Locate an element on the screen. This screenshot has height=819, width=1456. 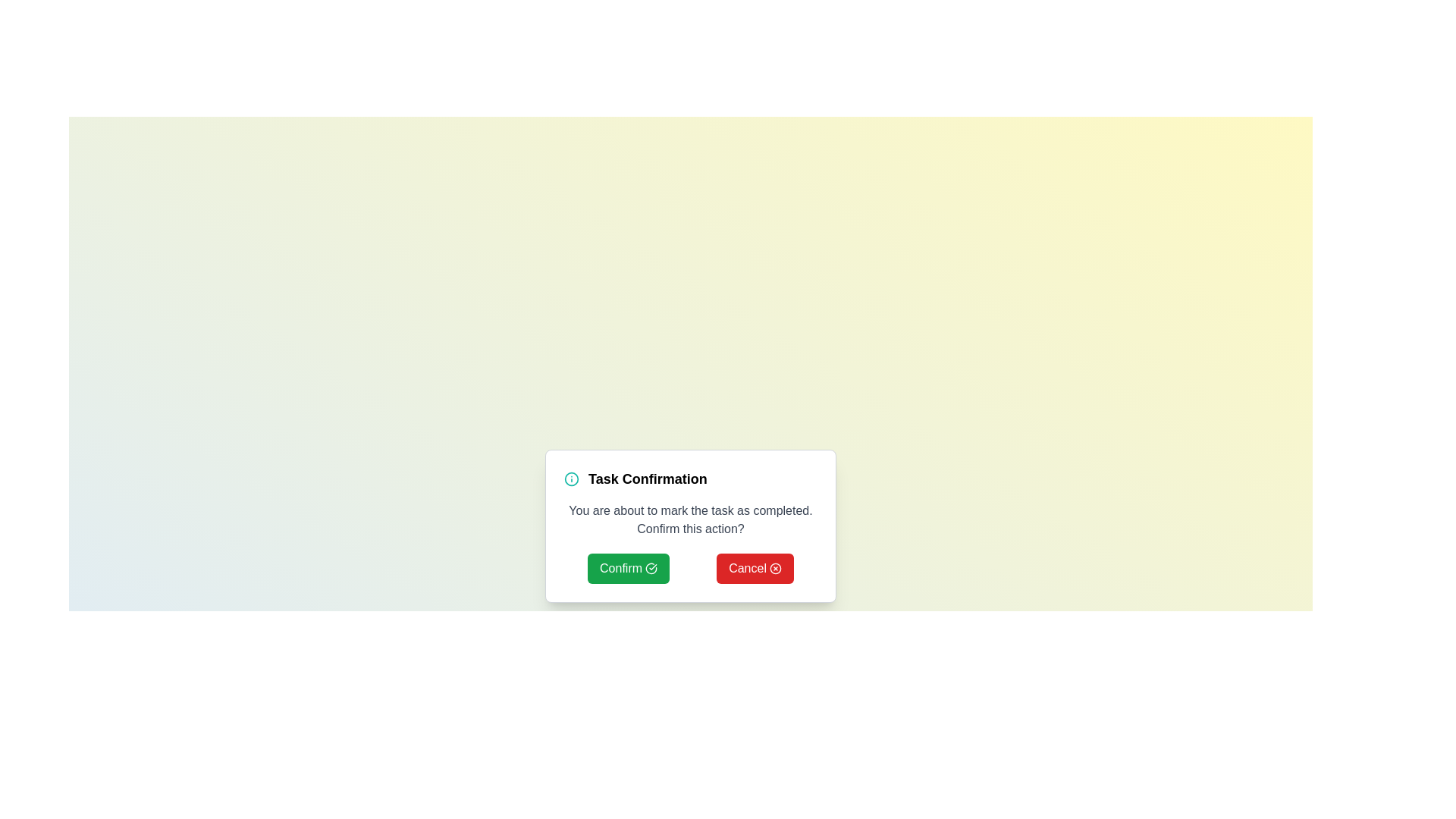
the affirmation icon located on the green 'Confirm' button at the bottom of the card in the modal dialog to confirm is located at coordinates (651, 568).